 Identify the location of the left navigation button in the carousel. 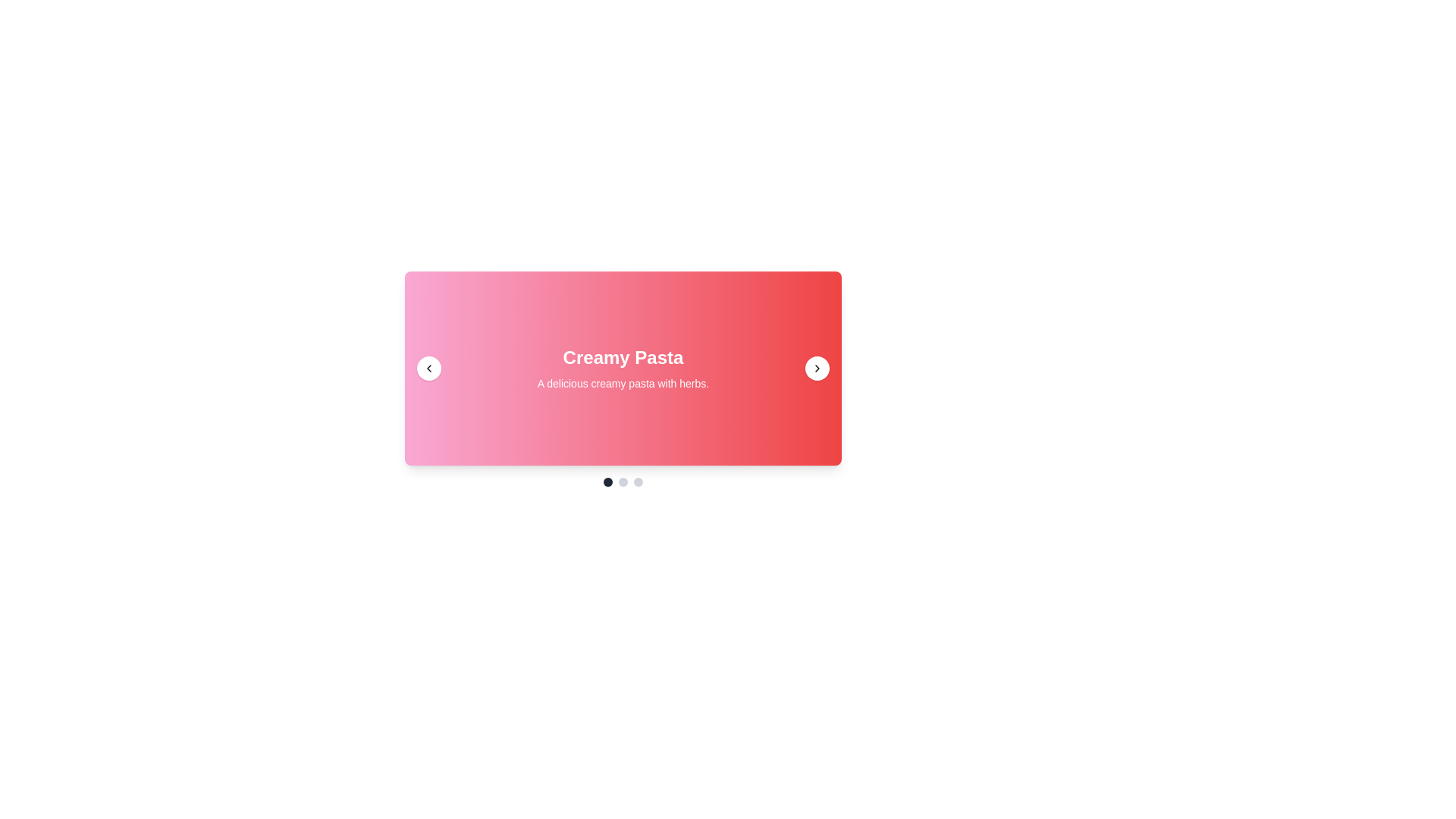
(428, 369).